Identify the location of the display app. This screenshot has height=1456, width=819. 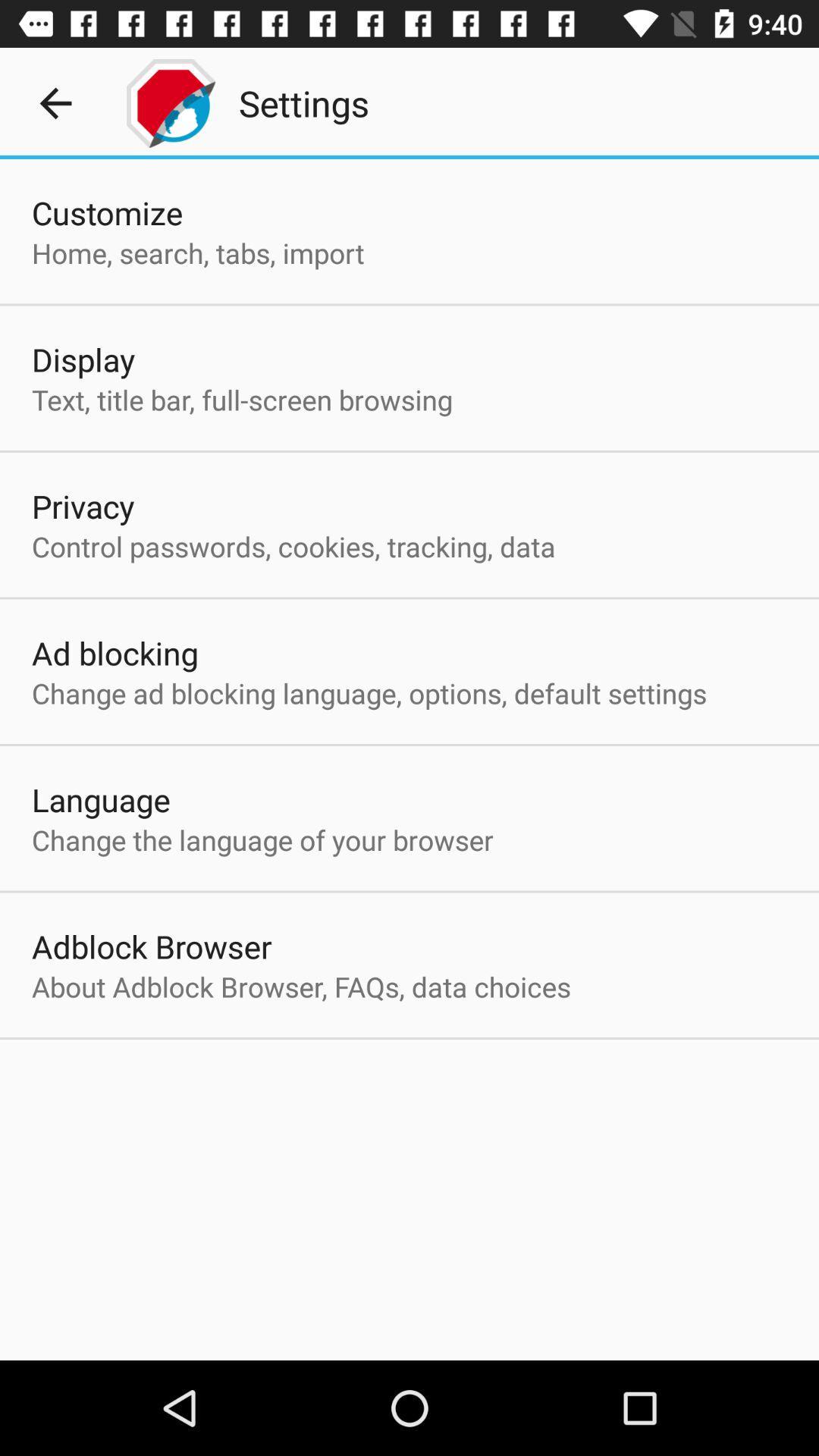
(83, 359).